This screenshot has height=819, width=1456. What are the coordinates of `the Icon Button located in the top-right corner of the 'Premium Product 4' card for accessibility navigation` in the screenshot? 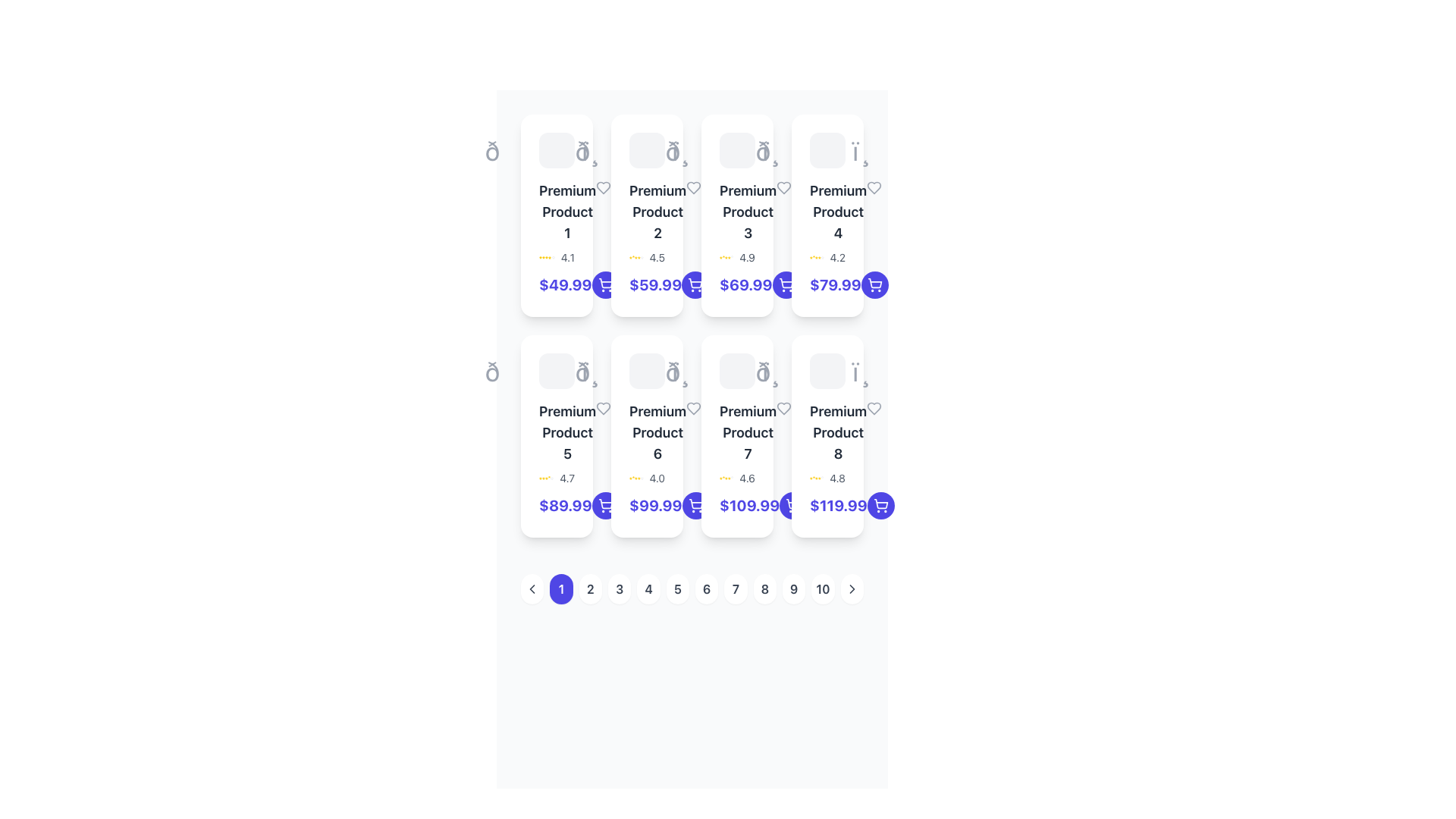 It's located at (874, 187).